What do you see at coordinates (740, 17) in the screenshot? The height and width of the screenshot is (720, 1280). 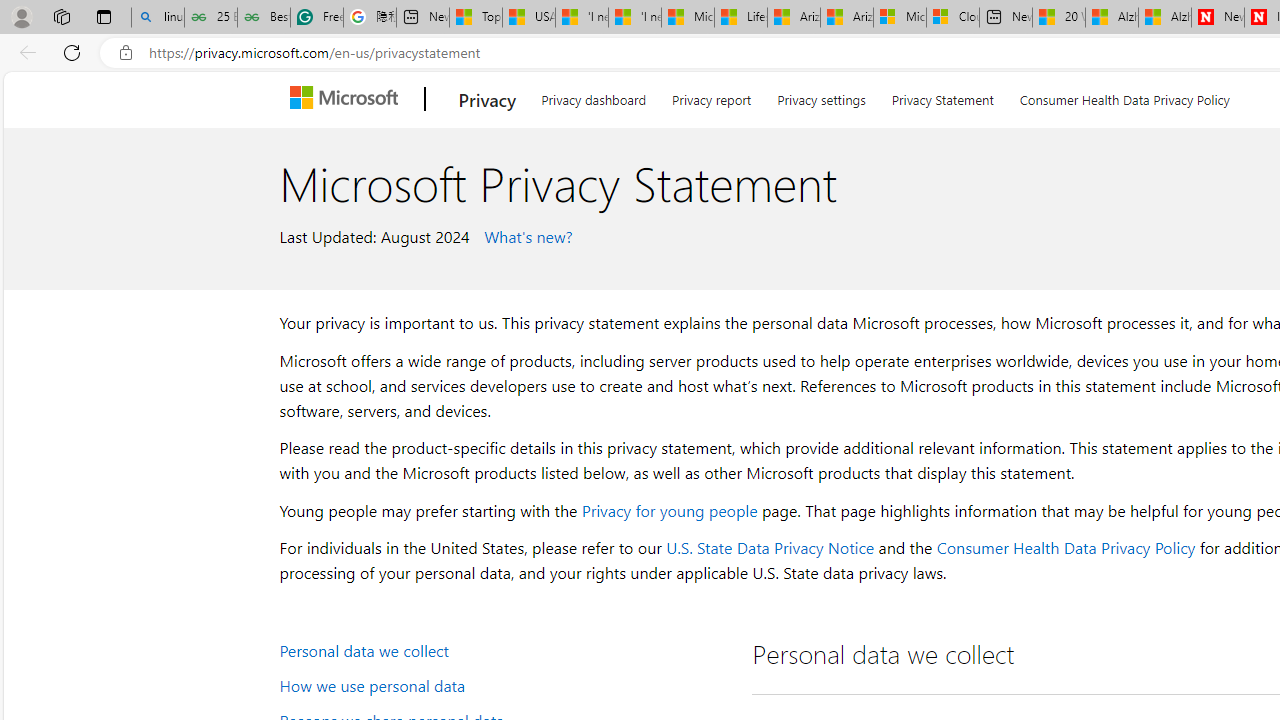 I see `'Lifestyle - MSN'` at bounding box center [740, 17].